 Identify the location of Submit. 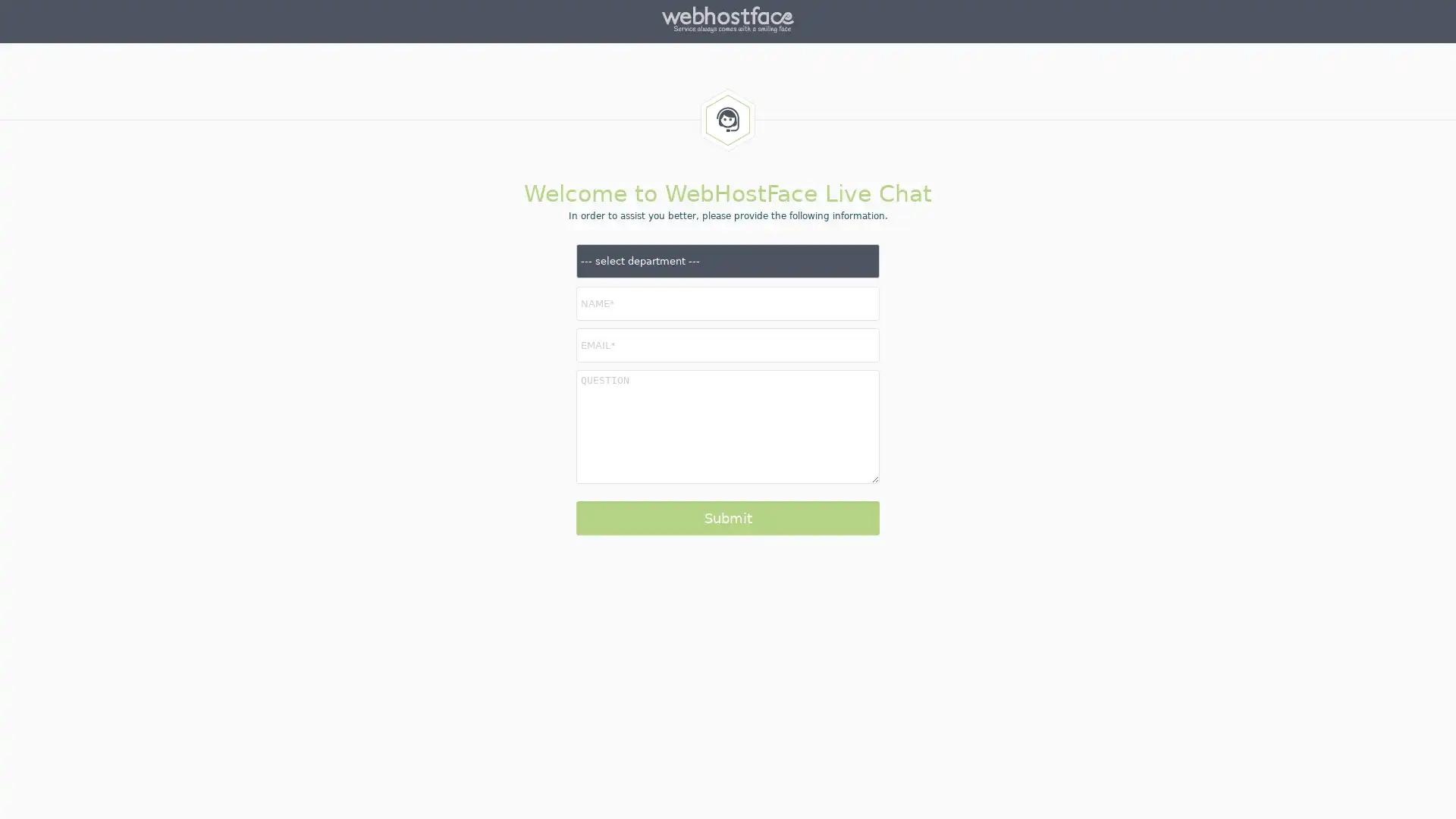
(728, 517).